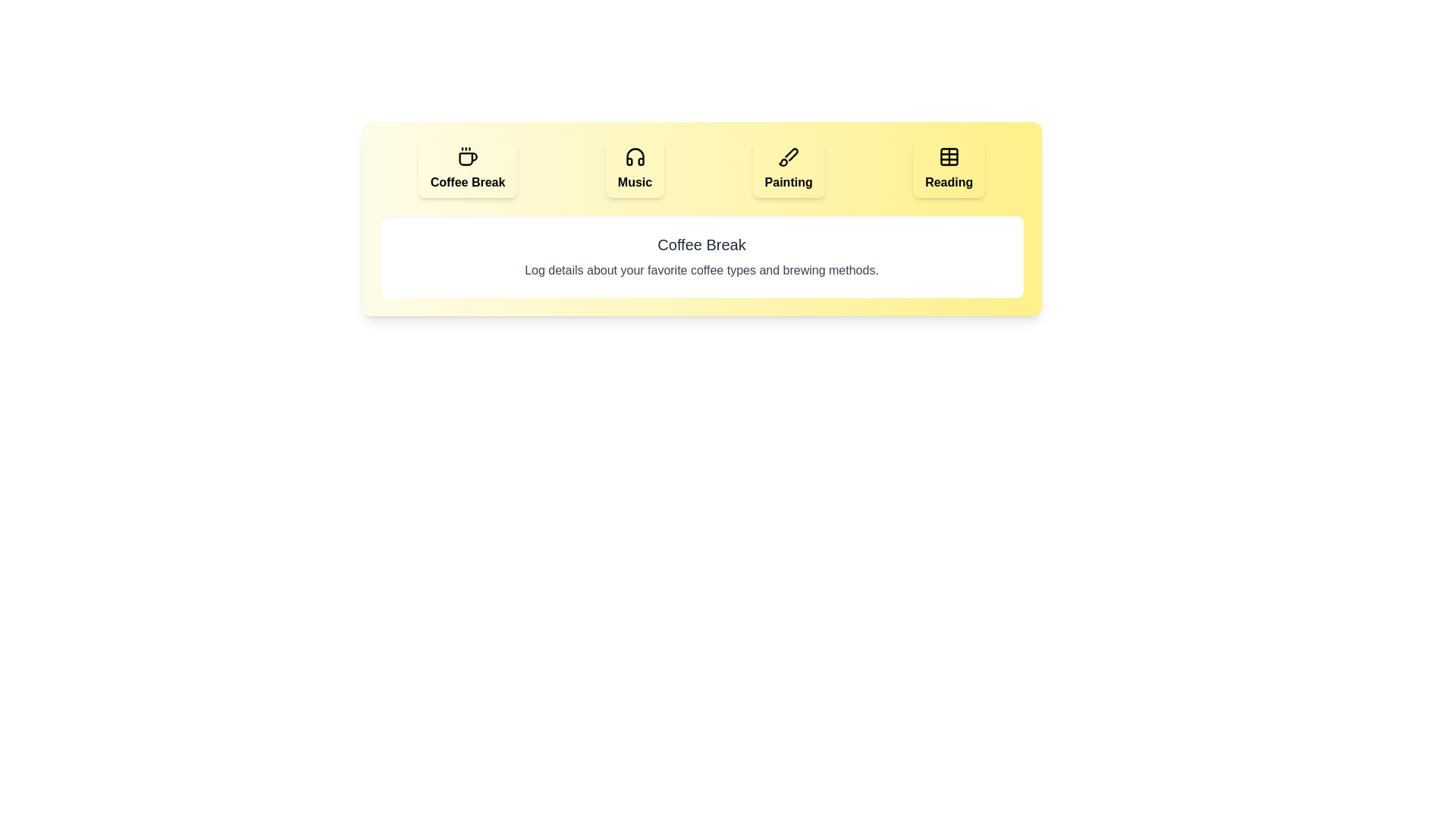  What do you see at coordinates (948, 157) in the screenshot?
I see `the visual icon component indicating the status of the 'Reading' tab, which is located to the right of the 'Painting' tab in the top-right horizontal menu` at bounding box center [948, 157].